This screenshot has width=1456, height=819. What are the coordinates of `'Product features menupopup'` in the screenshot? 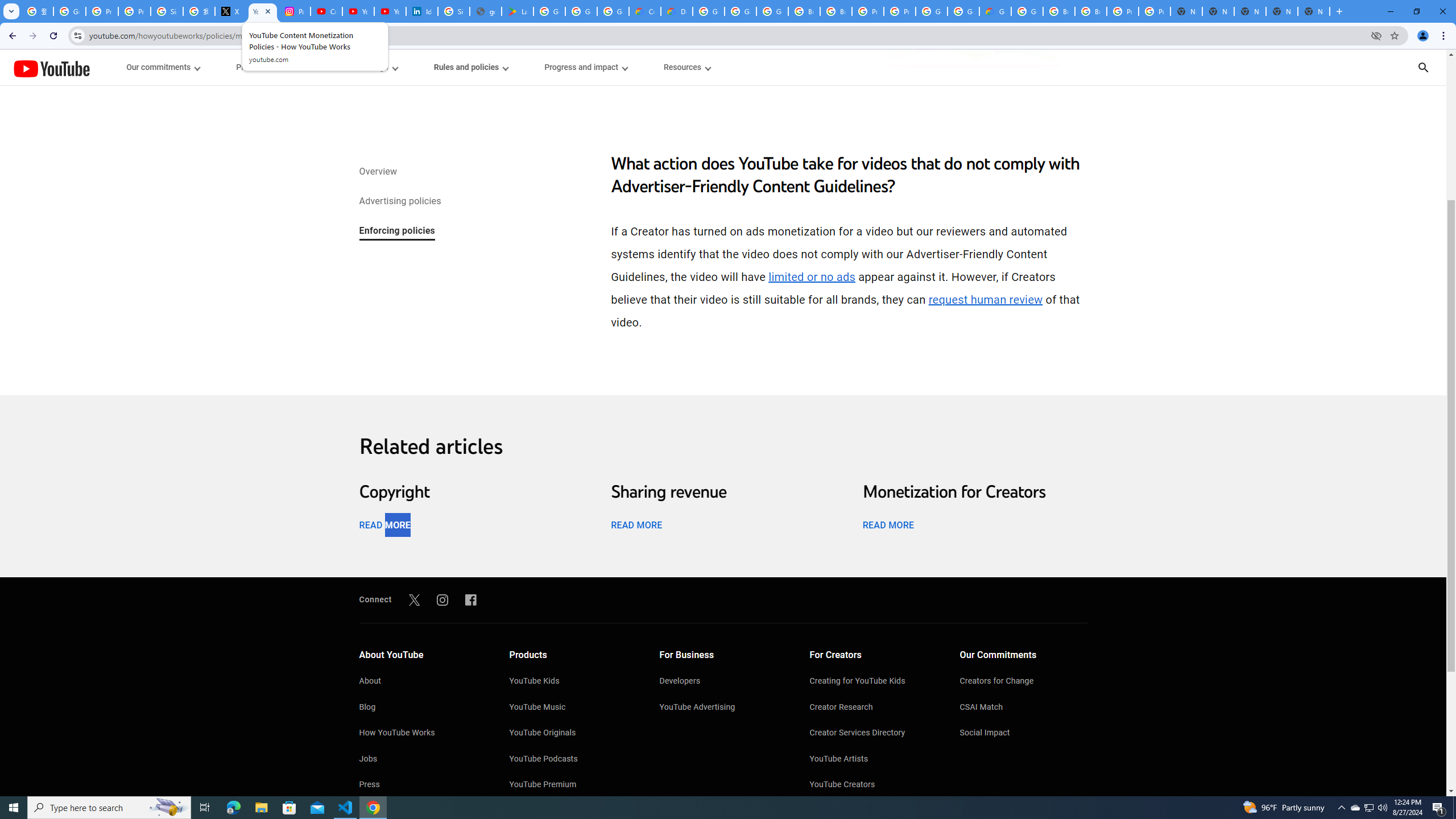 It's located at (269, 67).